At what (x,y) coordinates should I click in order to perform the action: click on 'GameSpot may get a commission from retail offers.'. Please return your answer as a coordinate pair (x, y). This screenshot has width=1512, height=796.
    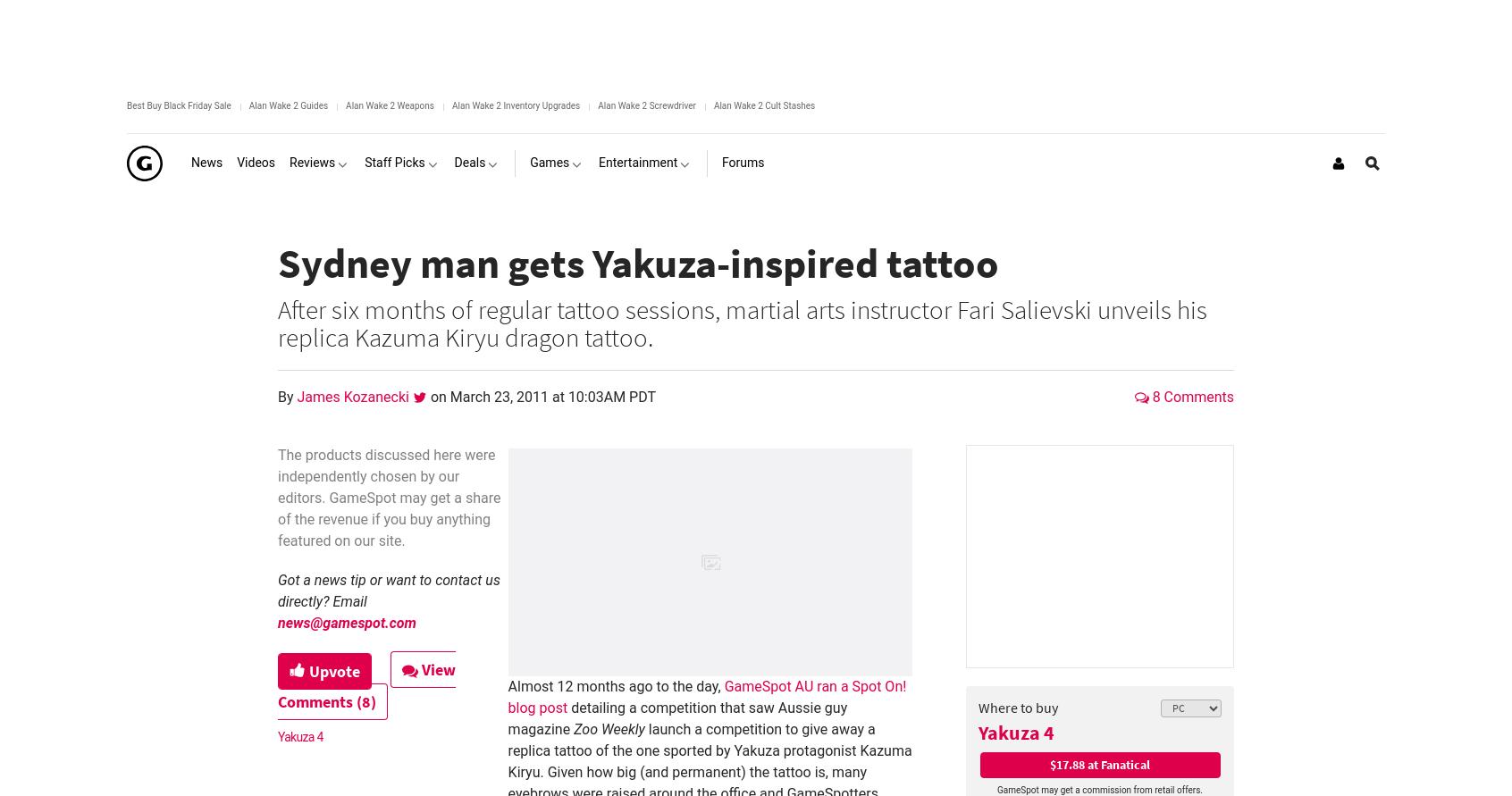
    Looking at the image, I should click on (1099, 789).